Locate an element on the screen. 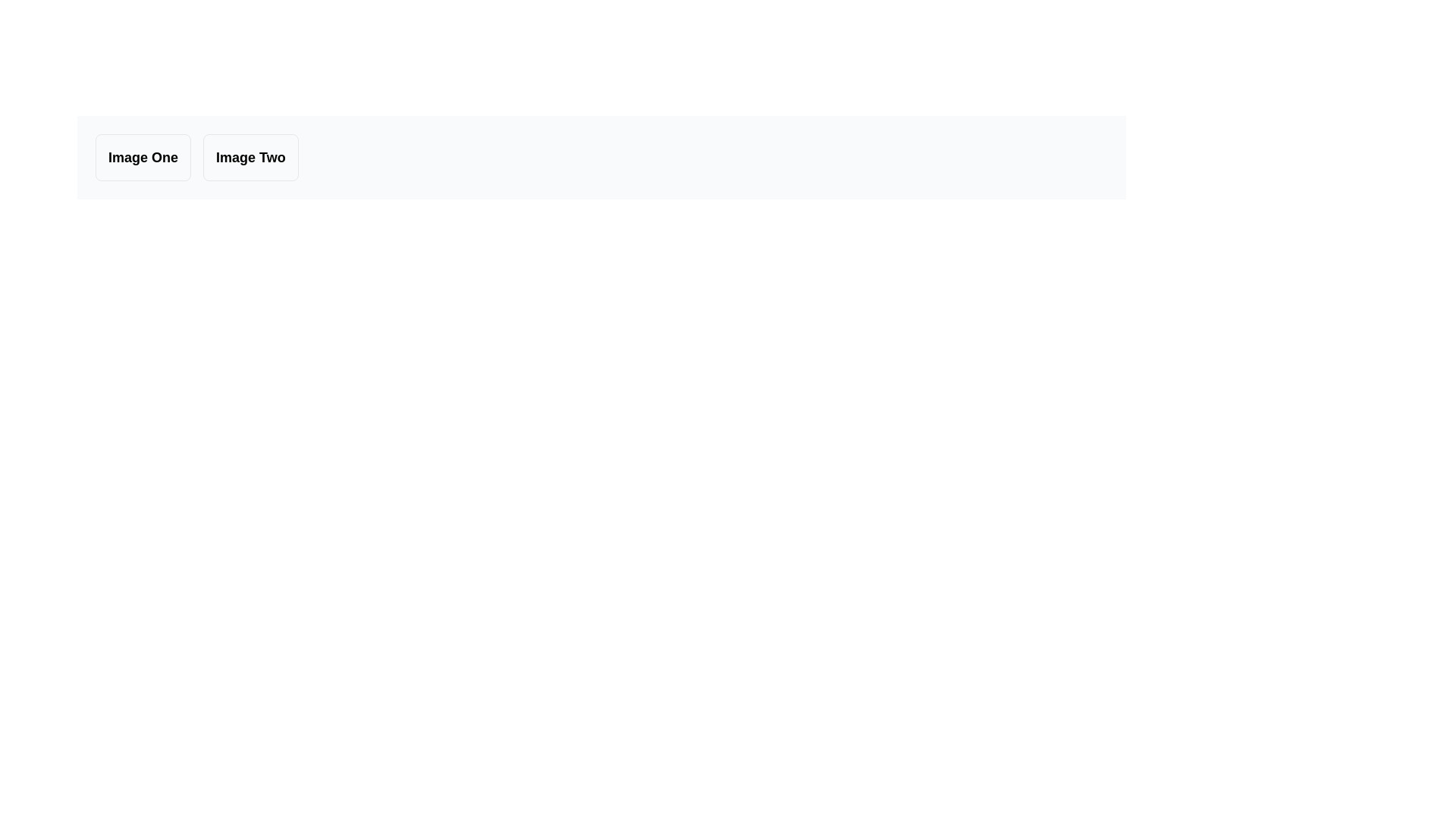 The image size is (1456, 819). the Text Label that serves as a heading within the second card, providing identification for the card's content, located to the right of the card containing 'Image One' is located at coordinates (250, 158).